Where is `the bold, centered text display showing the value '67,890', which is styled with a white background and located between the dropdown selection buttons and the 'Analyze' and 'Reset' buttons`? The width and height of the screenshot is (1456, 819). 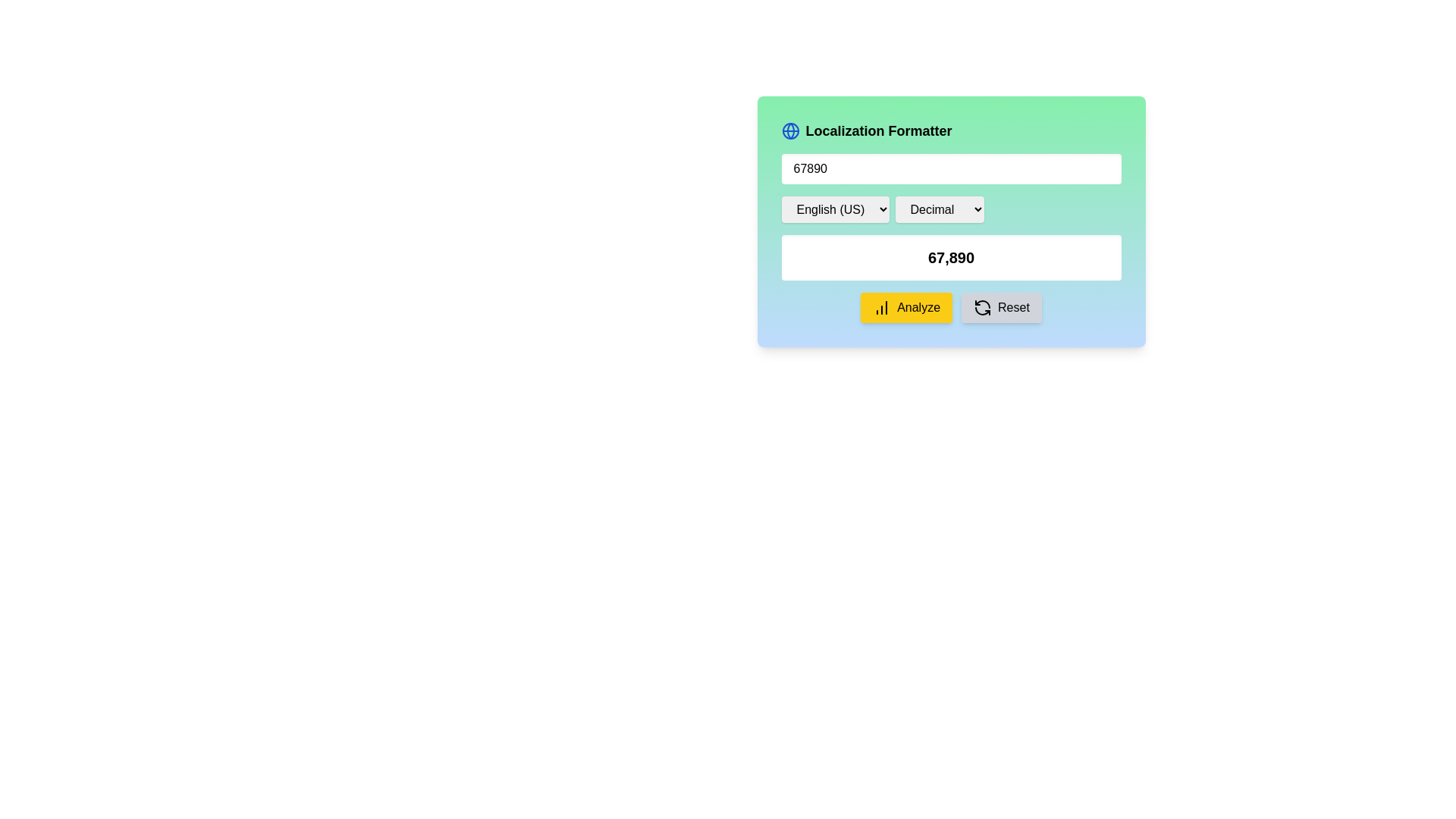
the bold, centered text display showing the value '67,890', which is styled with a white background and located between the dropdown selection buttons and the 'Analyze' and 'Reset' buttons is located at coordinates (950, 256).